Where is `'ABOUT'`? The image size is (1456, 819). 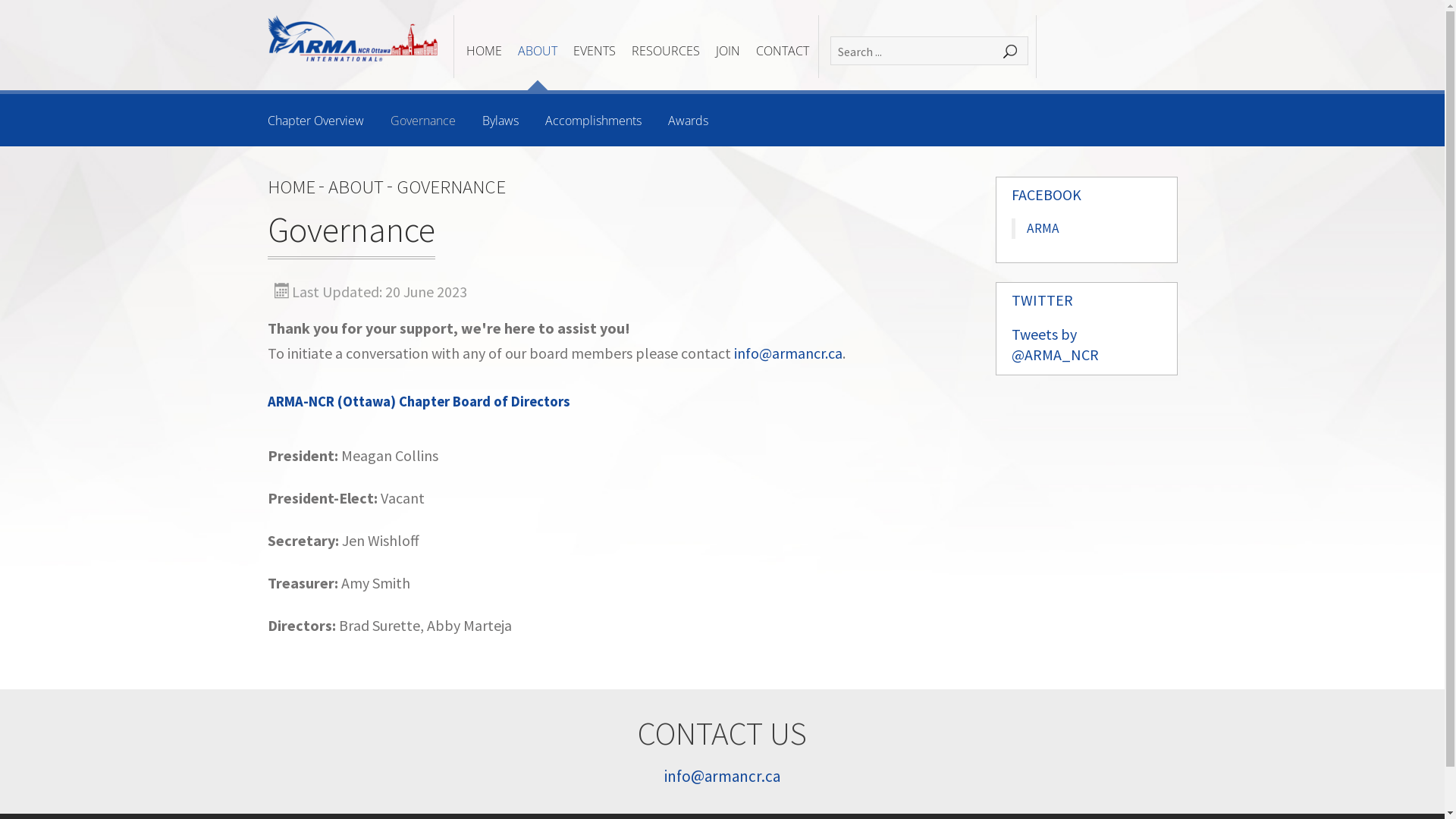 'ABOUT' is located at coordinates (354, 186).